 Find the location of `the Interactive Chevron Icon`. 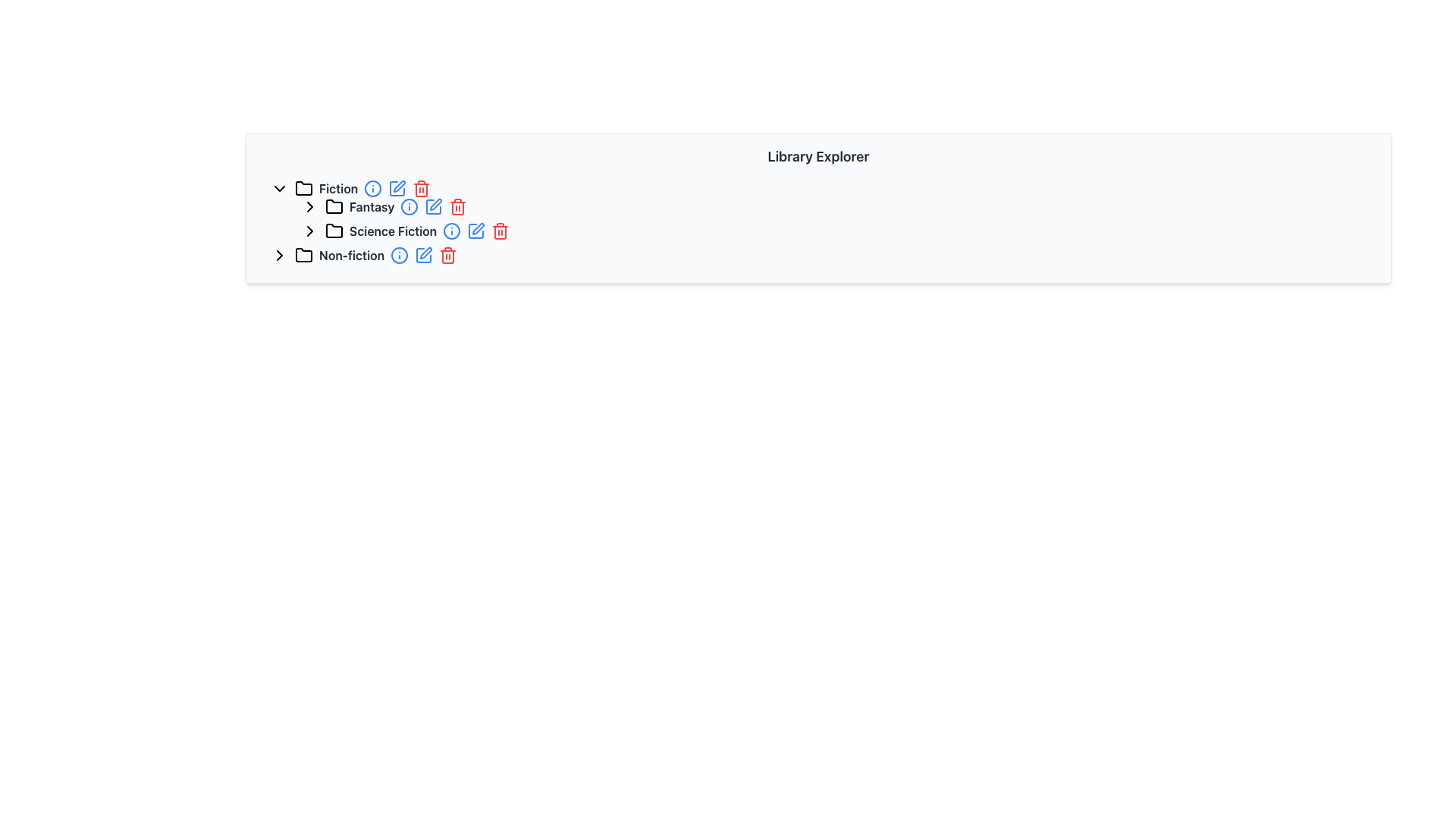

the Interactive Chevron Icon is located at coordinates (309, 231).